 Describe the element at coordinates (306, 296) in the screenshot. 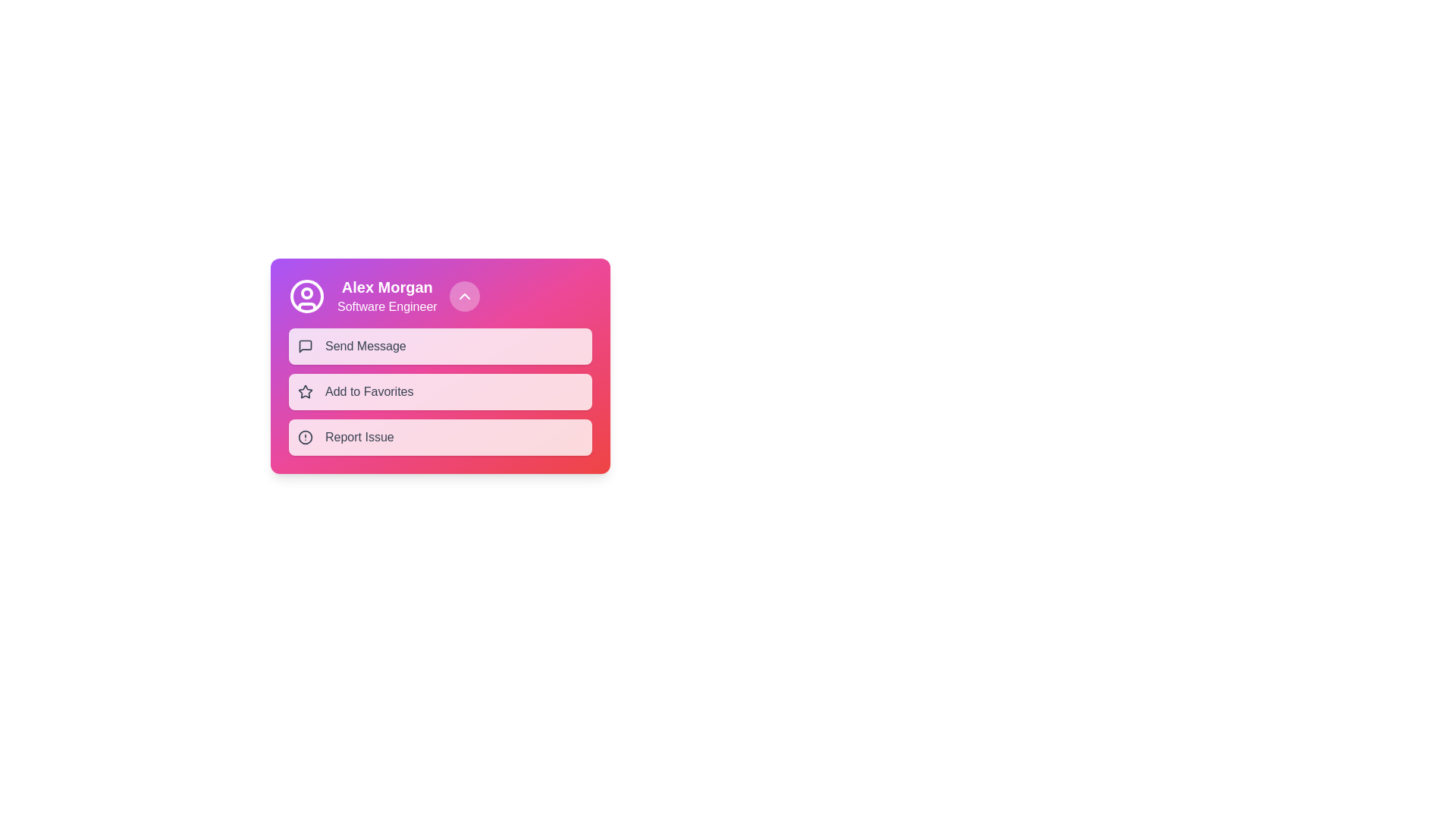

I see `the user profile icon, which is a circular icon with a smaller circle for the head and a curved line for shoulders, located at the top-left corner of the user details card preceding the text 'Alex Morgan' and 'Software Engineer'` at that location.